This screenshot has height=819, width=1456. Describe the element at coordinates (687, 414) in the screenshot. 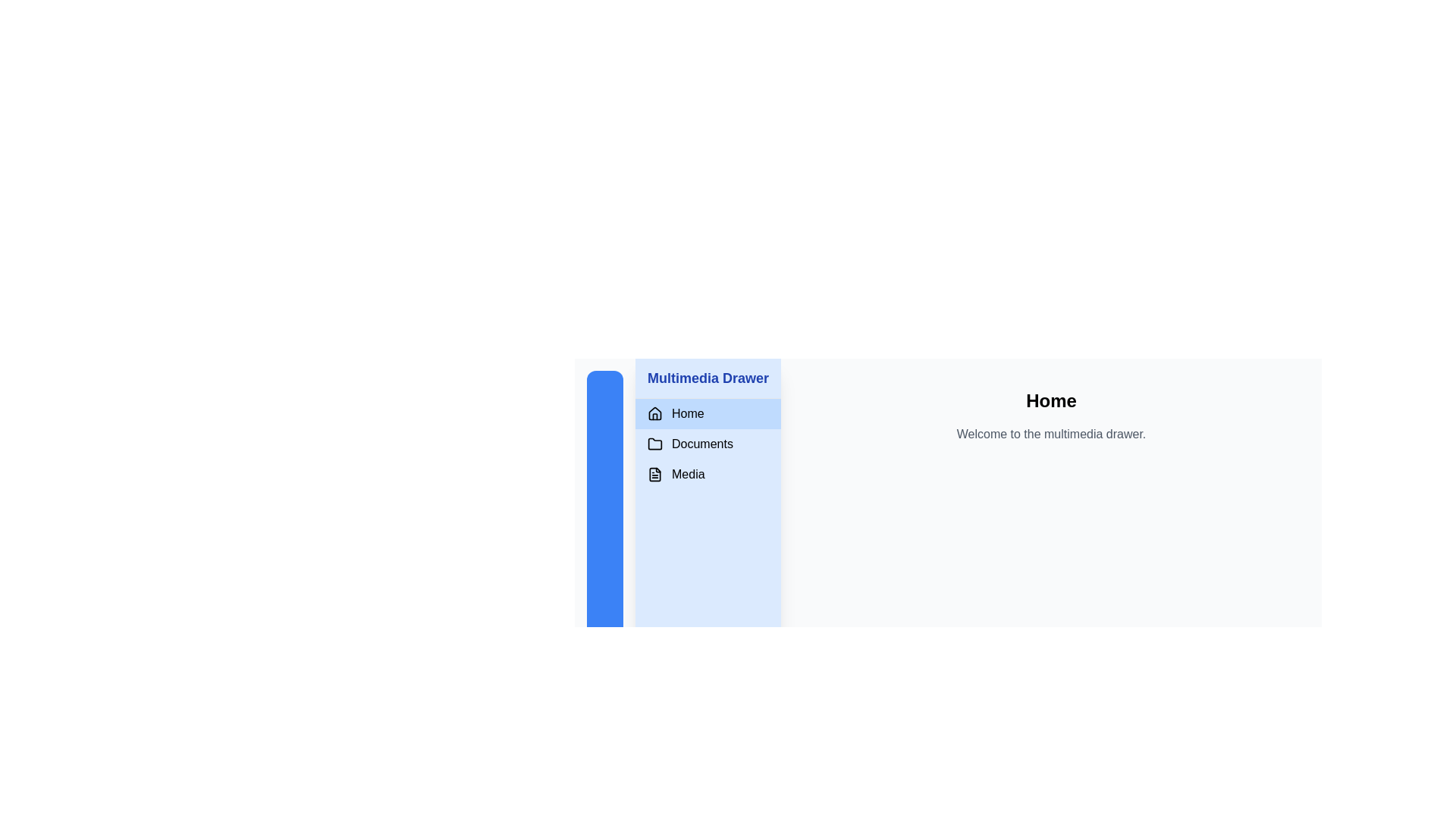

I see `the 'Home' menu item located in the left-hand menu below the 'Multimedia Drawer' label` at that location.